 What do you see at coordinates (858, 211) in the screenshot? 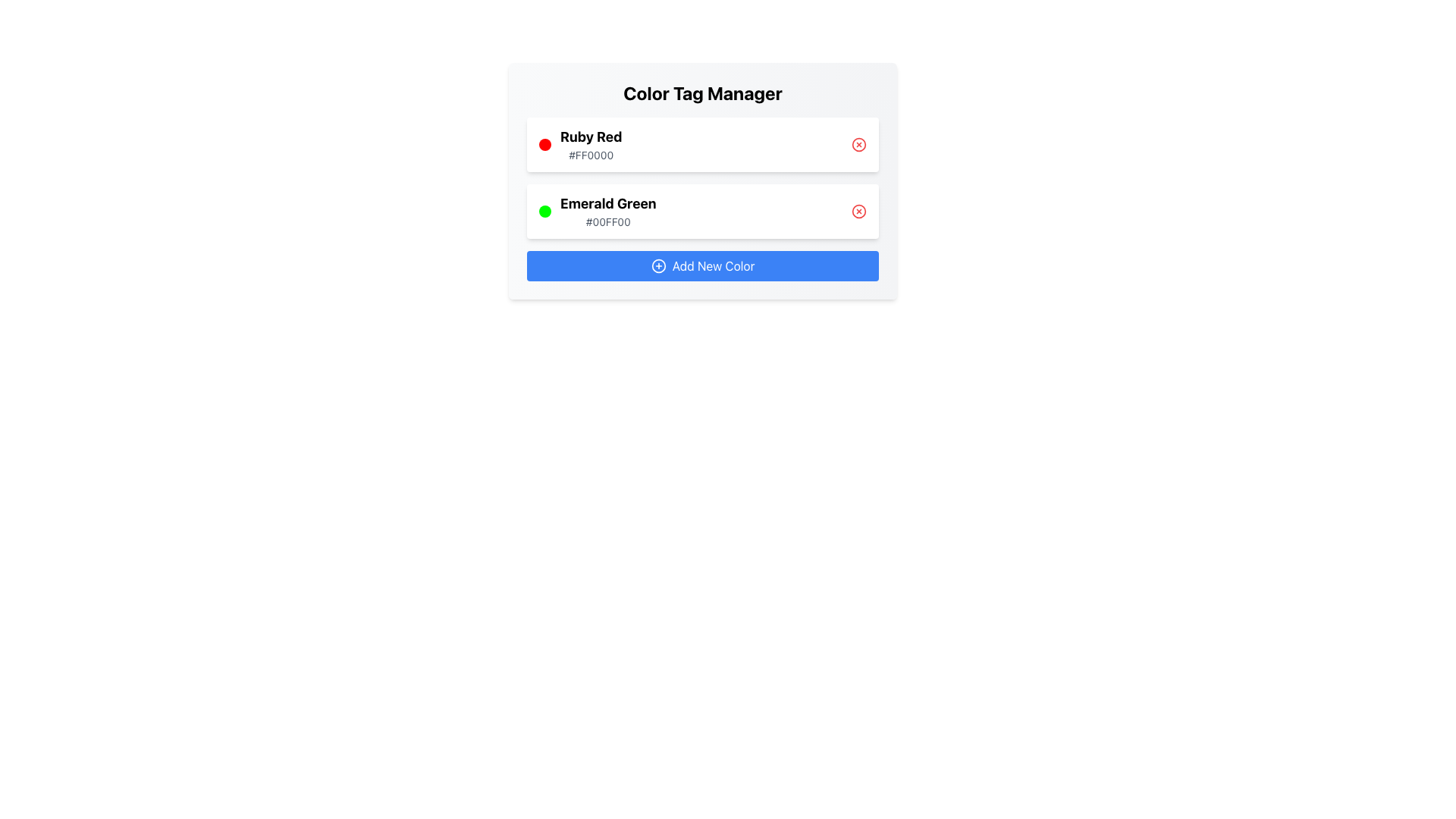
I see `the delete button for the 'Emerald Green' entry` at bounding box center [858, 211].